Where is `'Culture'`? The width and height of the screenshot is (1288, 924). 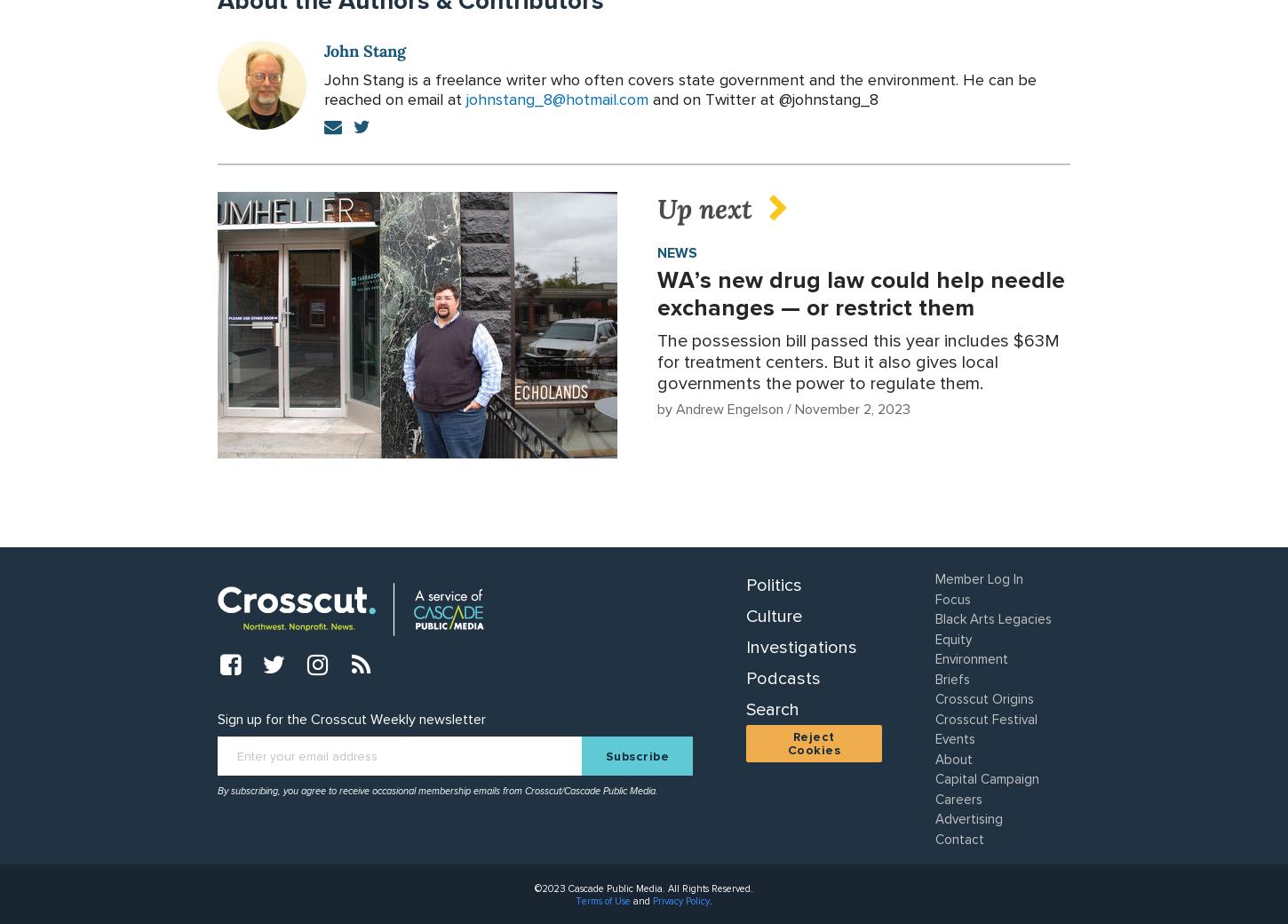 'Culture' is located at coordinates (745, 615).